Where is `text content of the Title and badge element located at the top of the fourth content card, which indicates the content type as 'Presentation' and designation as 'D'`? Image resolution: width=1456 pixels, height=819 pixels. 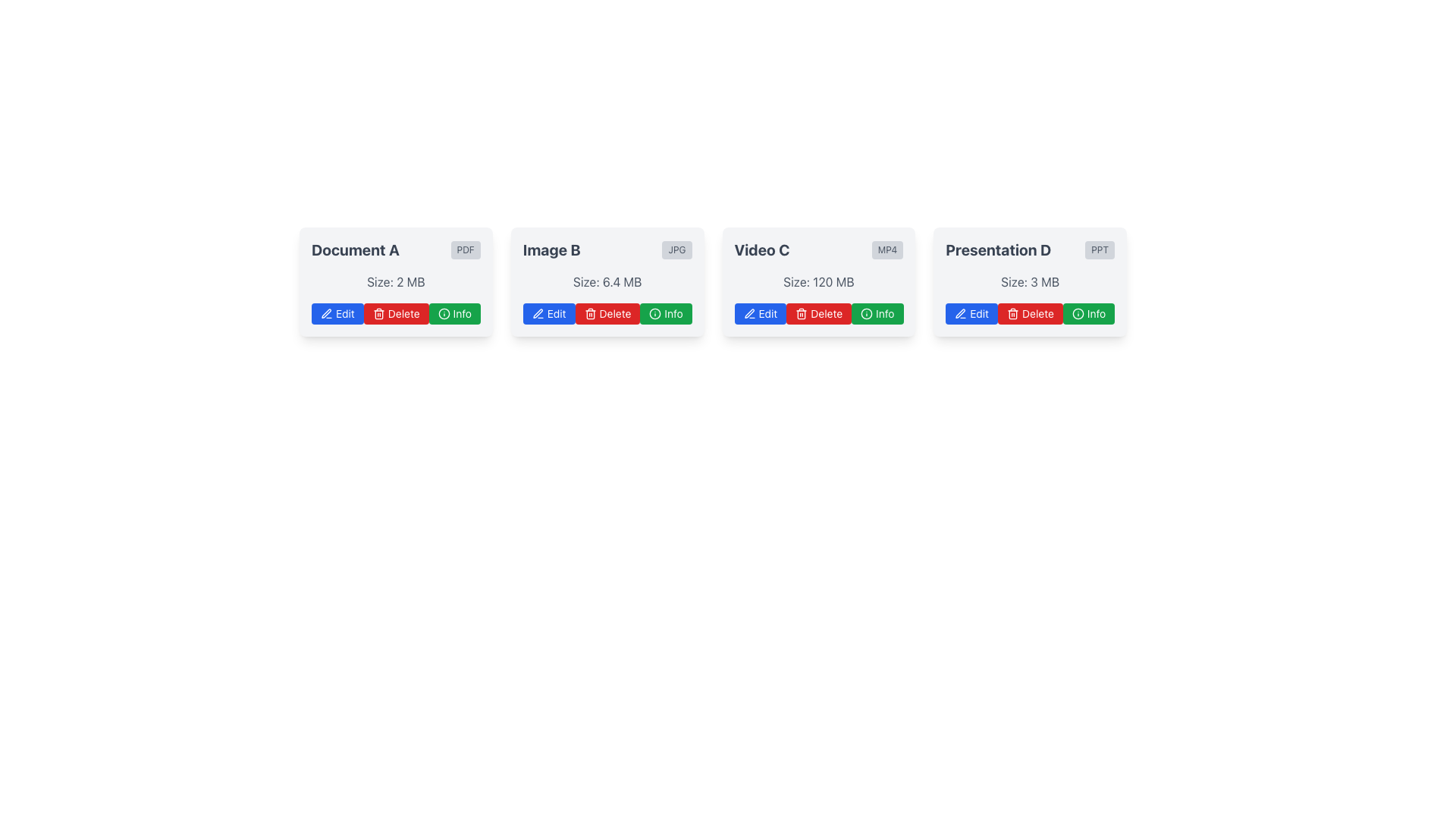
text content of the Title and badge element located at the top of the fourth content card, which indicates the content type as 'Presentation' and designation as 'D' is located at coordinates (1030, 249).